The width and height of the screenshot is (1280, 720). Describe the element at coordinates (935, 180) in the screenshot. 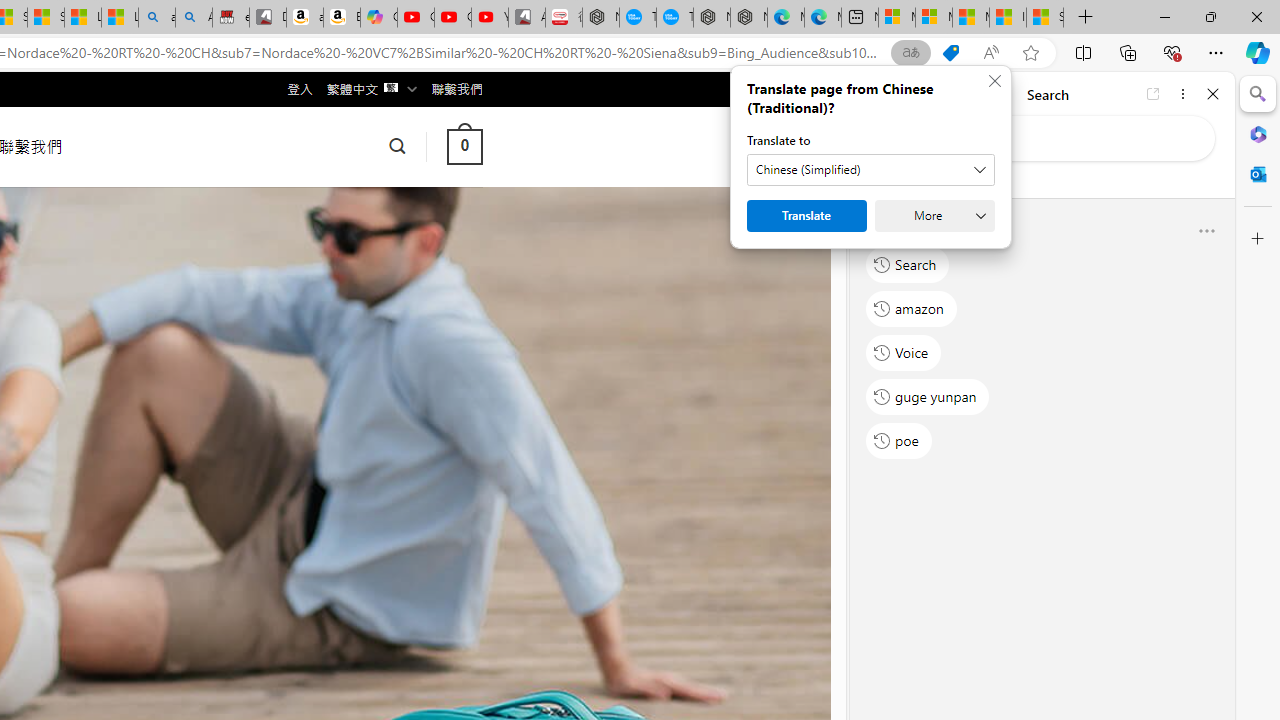

I see `'This site scope'` at that location.